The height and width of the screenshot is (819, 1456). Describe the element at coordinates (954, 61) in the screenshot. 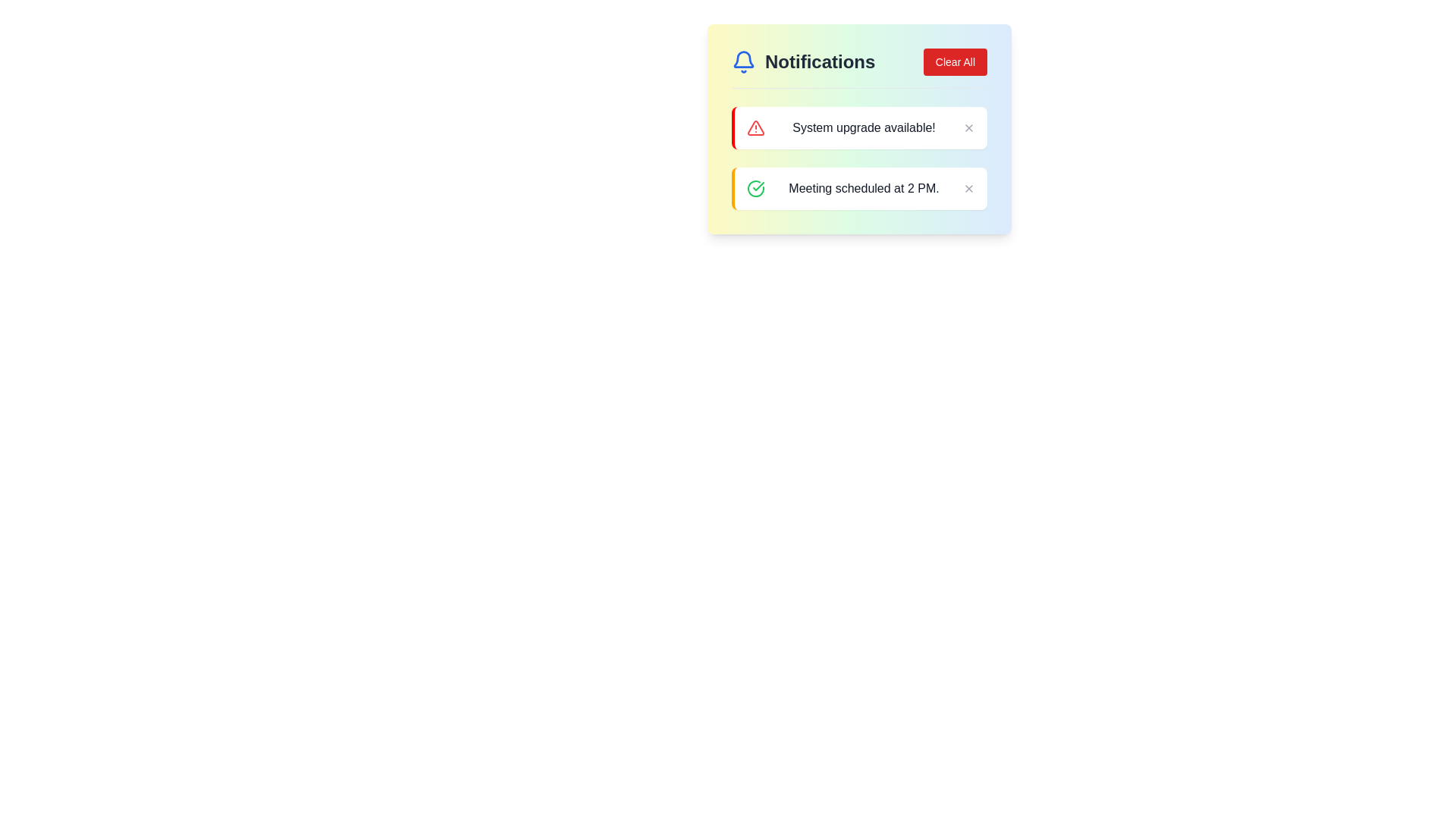

I see `the clear notifications button located at the top-right corner of the notifications panel to observe the hover effects` at that location.